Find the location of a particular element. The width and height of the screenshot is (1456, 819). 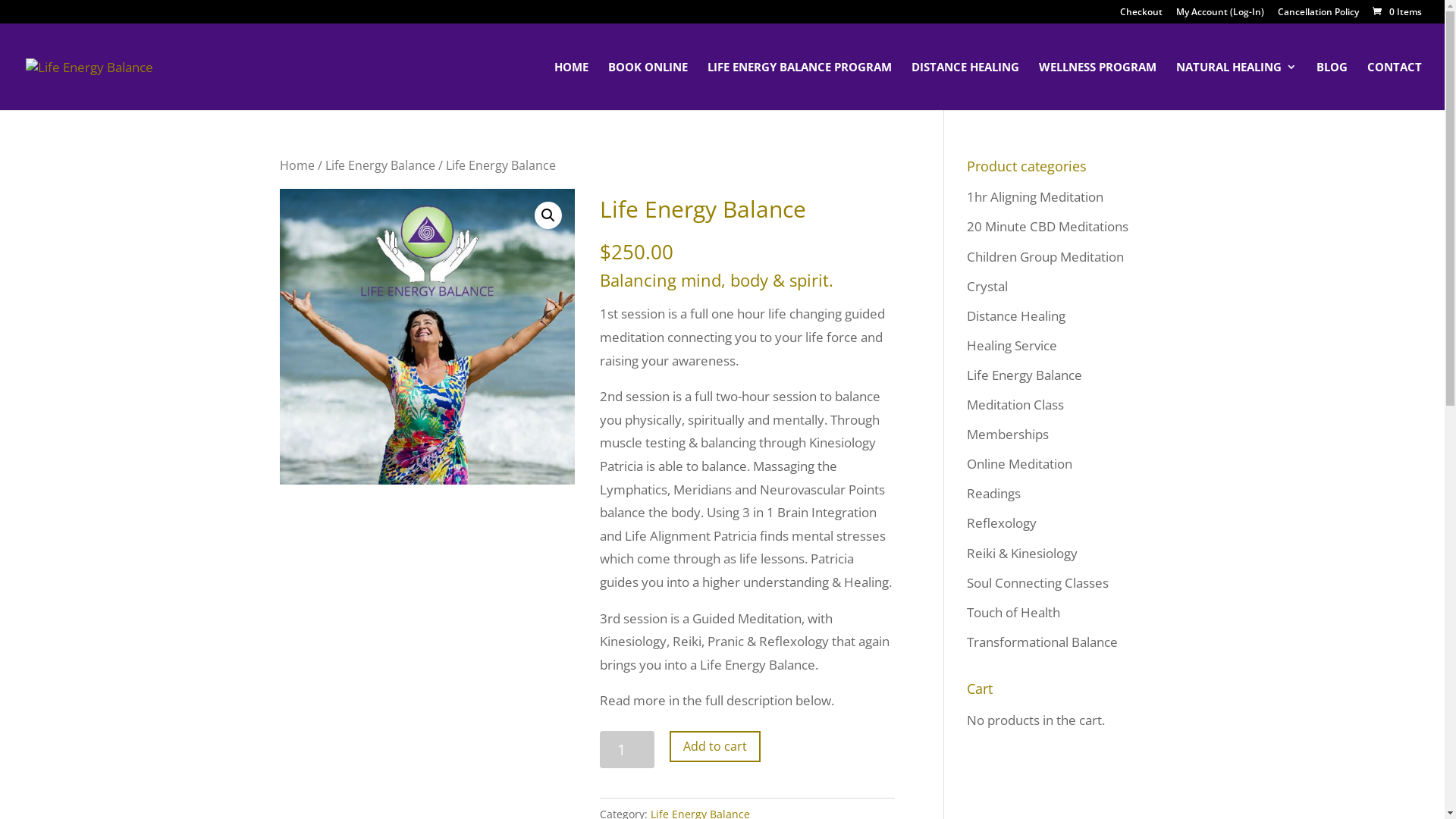

'My Account (Log-In)' is located at coordinates (1219, 15).